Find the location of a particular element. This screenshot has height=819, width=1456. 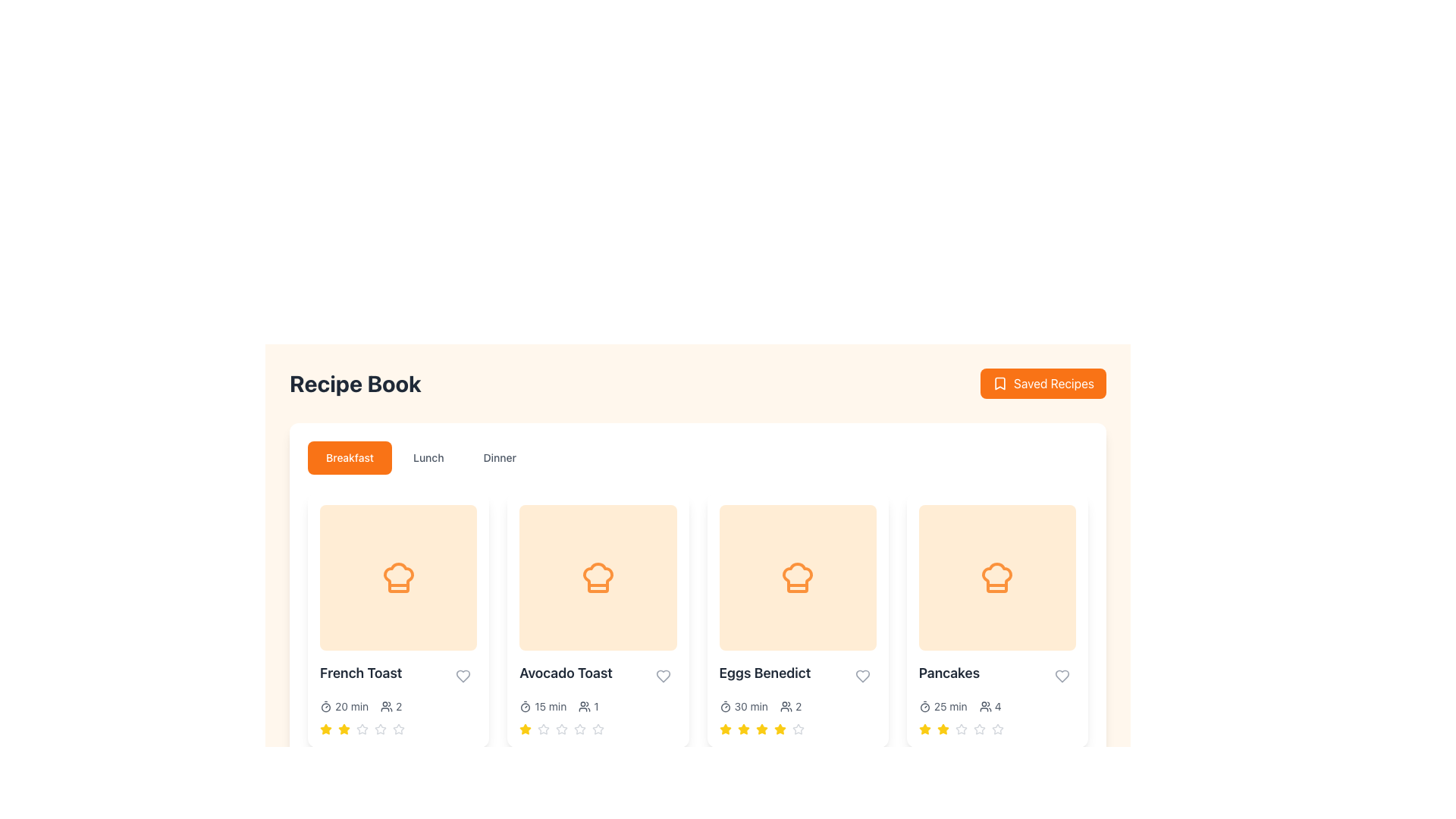

individual stars in the rating component for the 'Eggs Benedict' recipe to adjust the rating is located at coordinates (797, 728).